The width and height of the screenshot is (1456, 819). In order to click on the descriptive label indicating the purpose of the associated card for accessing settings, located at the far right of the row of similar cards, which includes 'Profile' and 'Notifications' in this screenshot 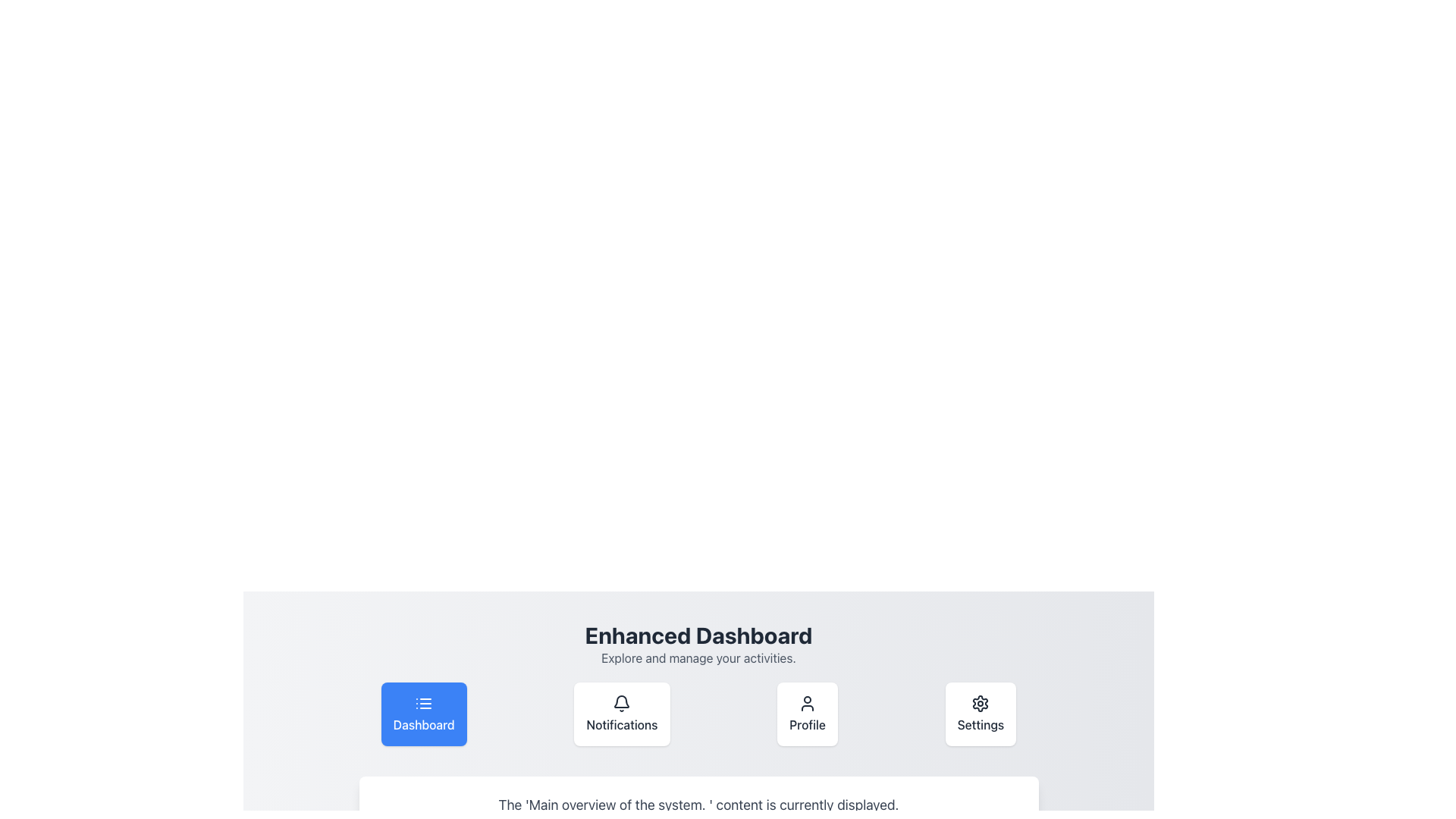, I will do `click(981, 724)`.